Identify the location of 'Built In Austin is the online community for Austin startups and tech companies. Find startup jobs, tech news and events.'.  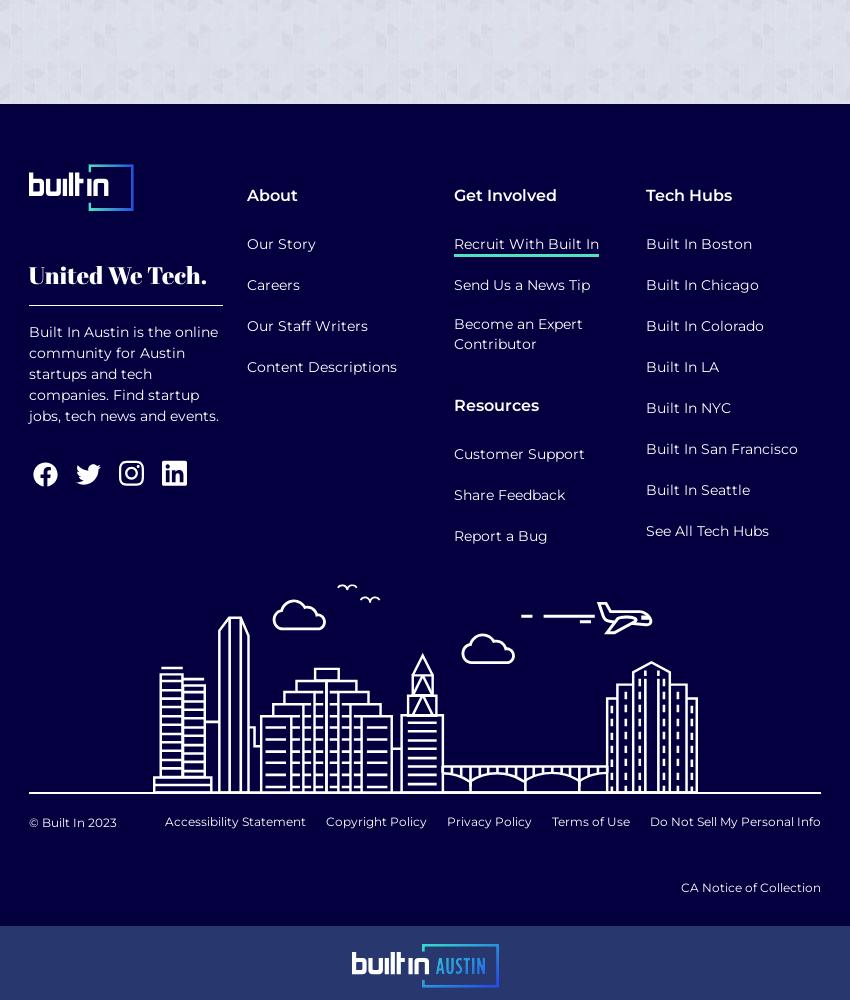
(123, 372).